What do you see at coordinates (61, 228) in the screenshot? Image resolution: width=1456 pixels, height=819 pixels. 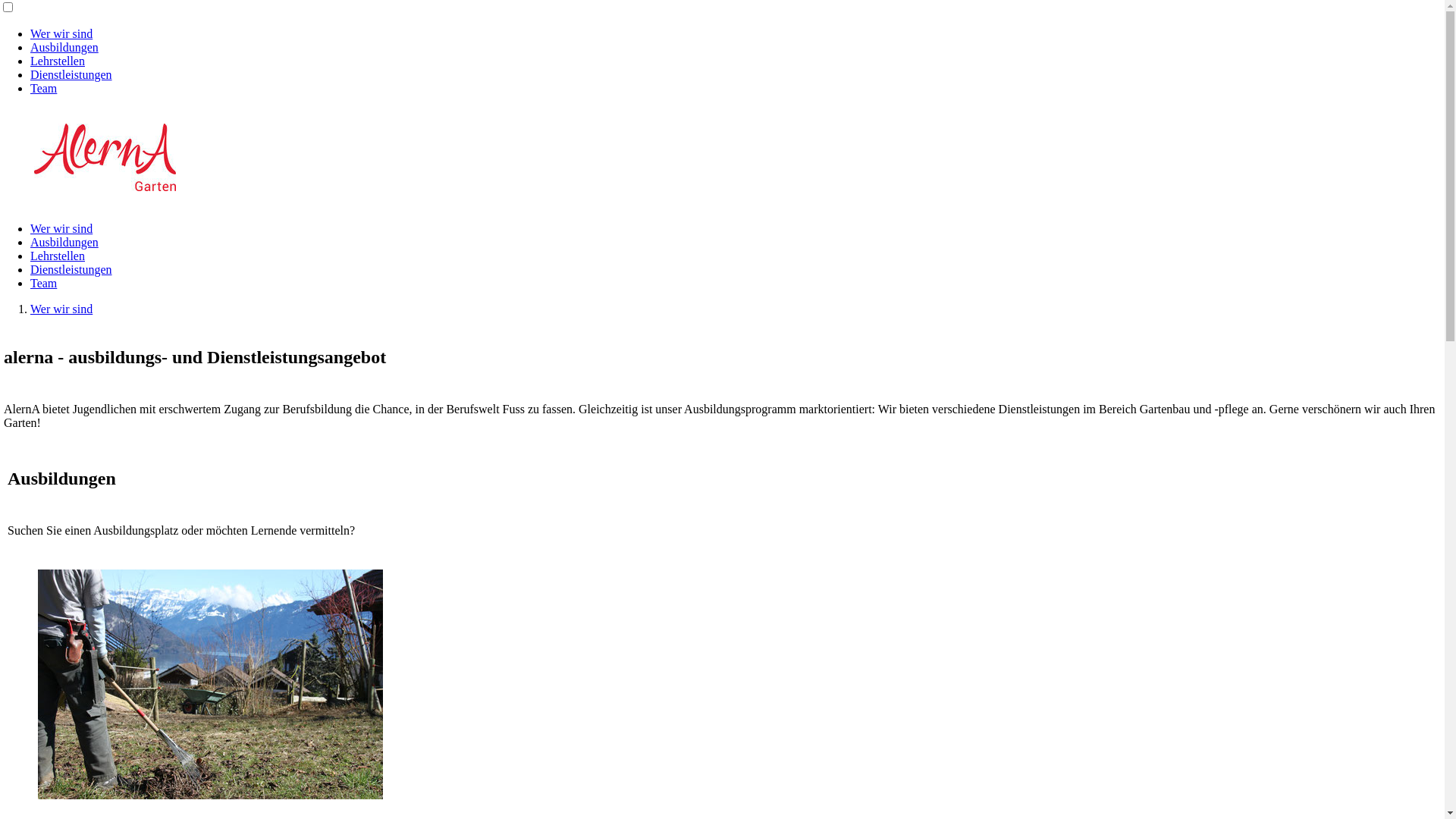 I see `'Wer wir sind'` at bounding box center [61, 228].